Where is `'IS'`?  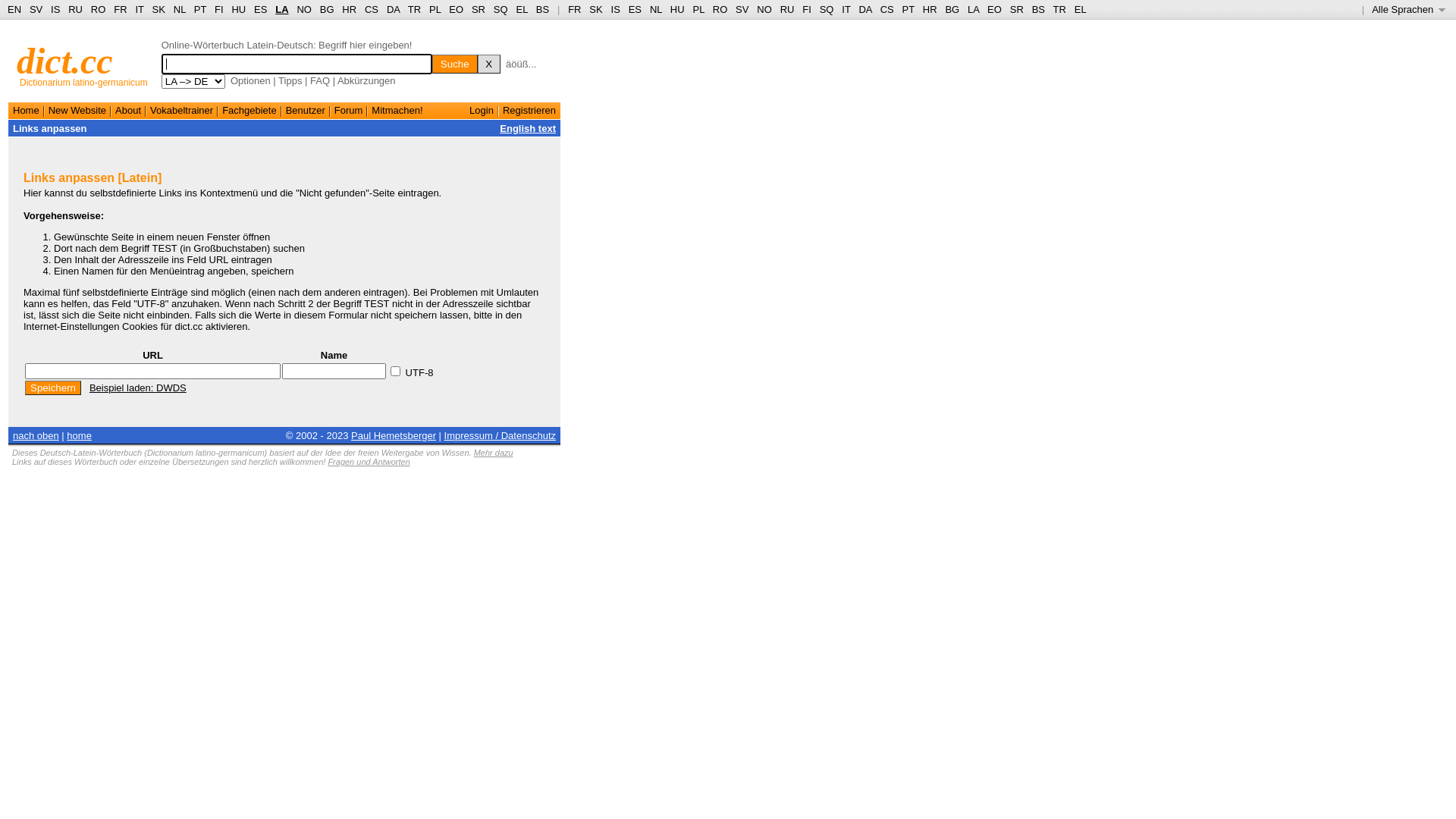 'IS' is located at coordinates (55, 9).